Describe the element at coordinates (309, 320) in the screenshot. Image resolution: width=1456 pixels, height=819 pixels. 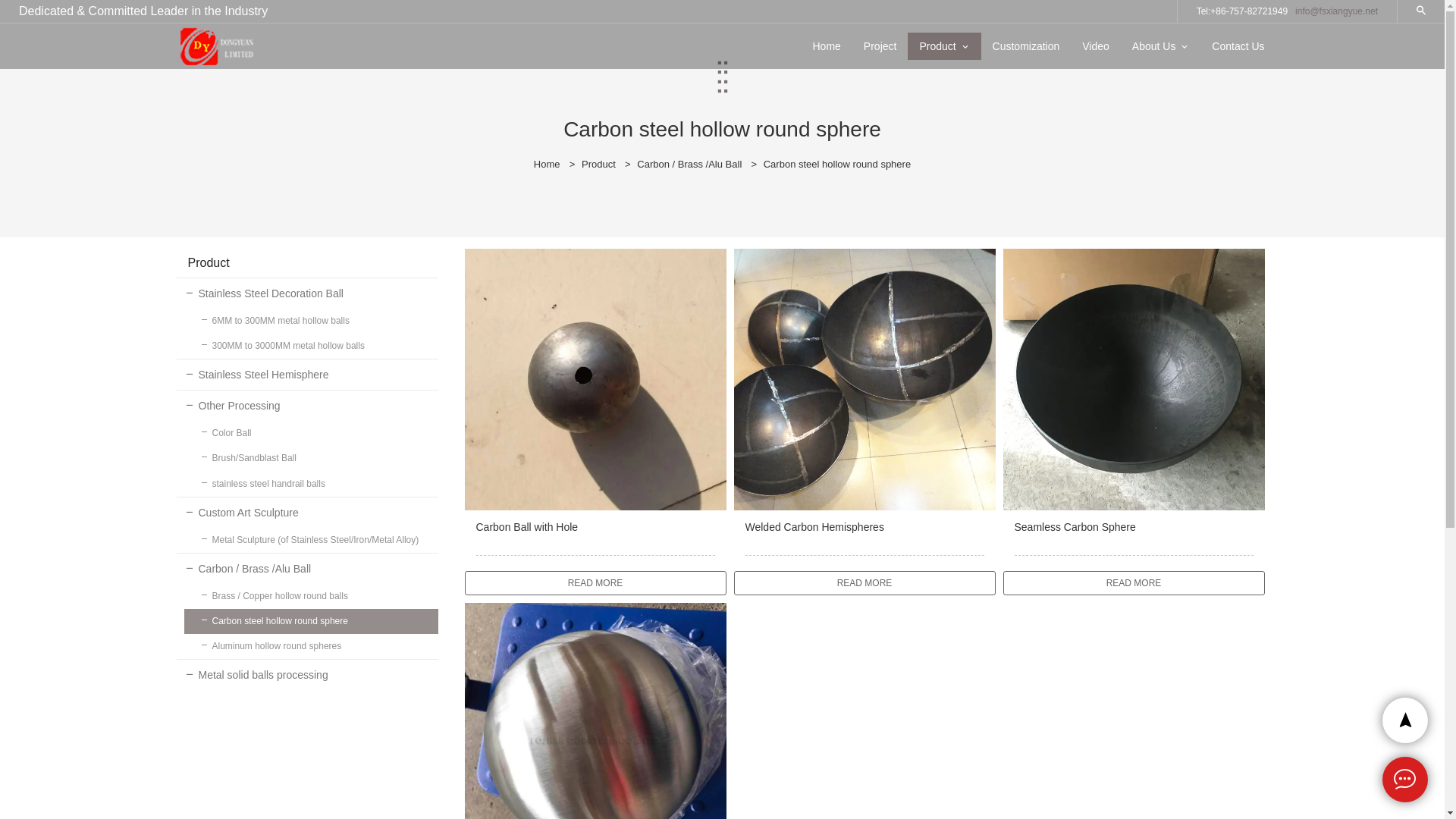
I see `'6MM to 300MM metal hollow balls'` at that location.